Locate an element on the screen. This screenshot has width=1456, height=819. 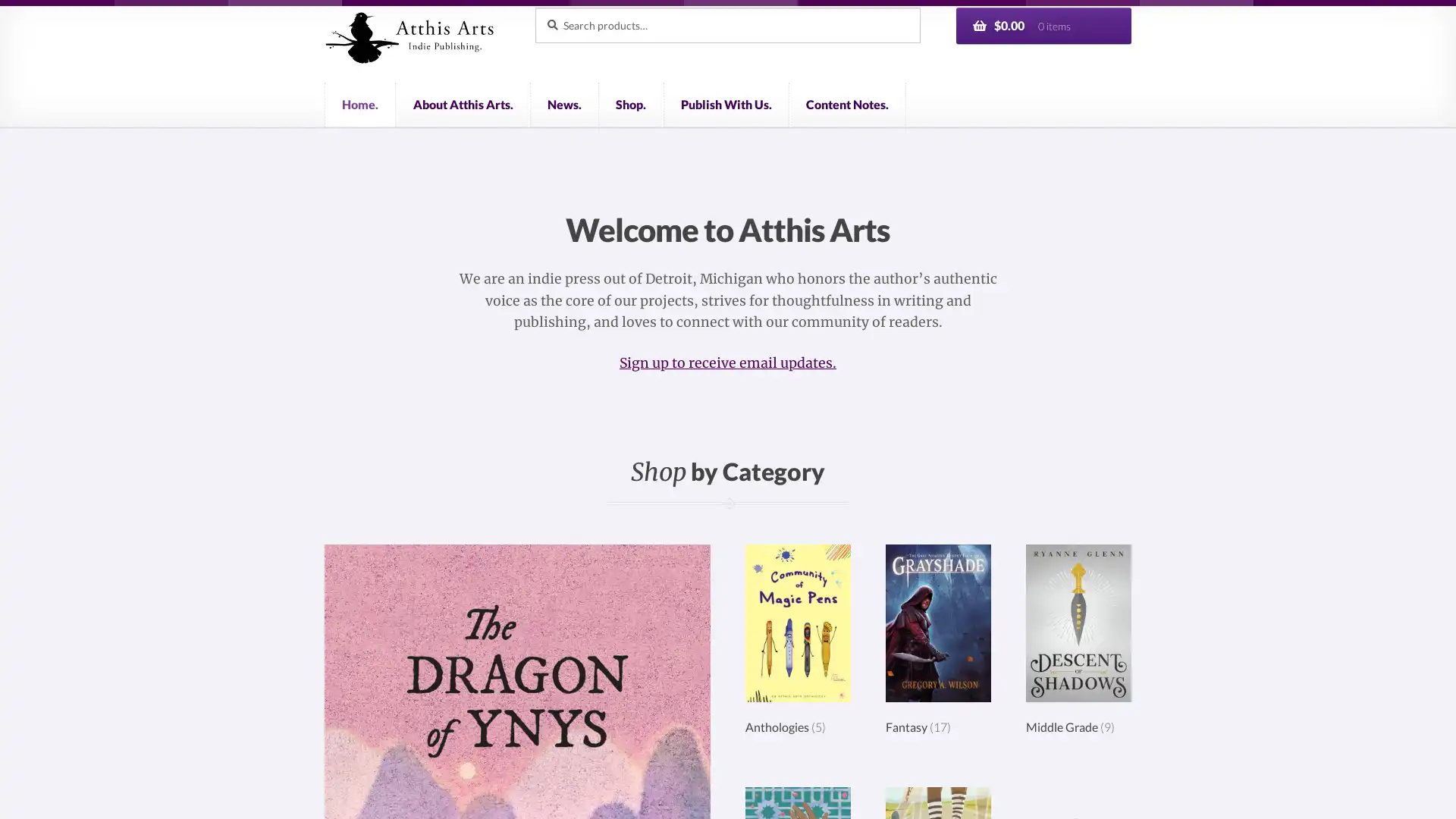
Search is located at coordinates (534, 6).